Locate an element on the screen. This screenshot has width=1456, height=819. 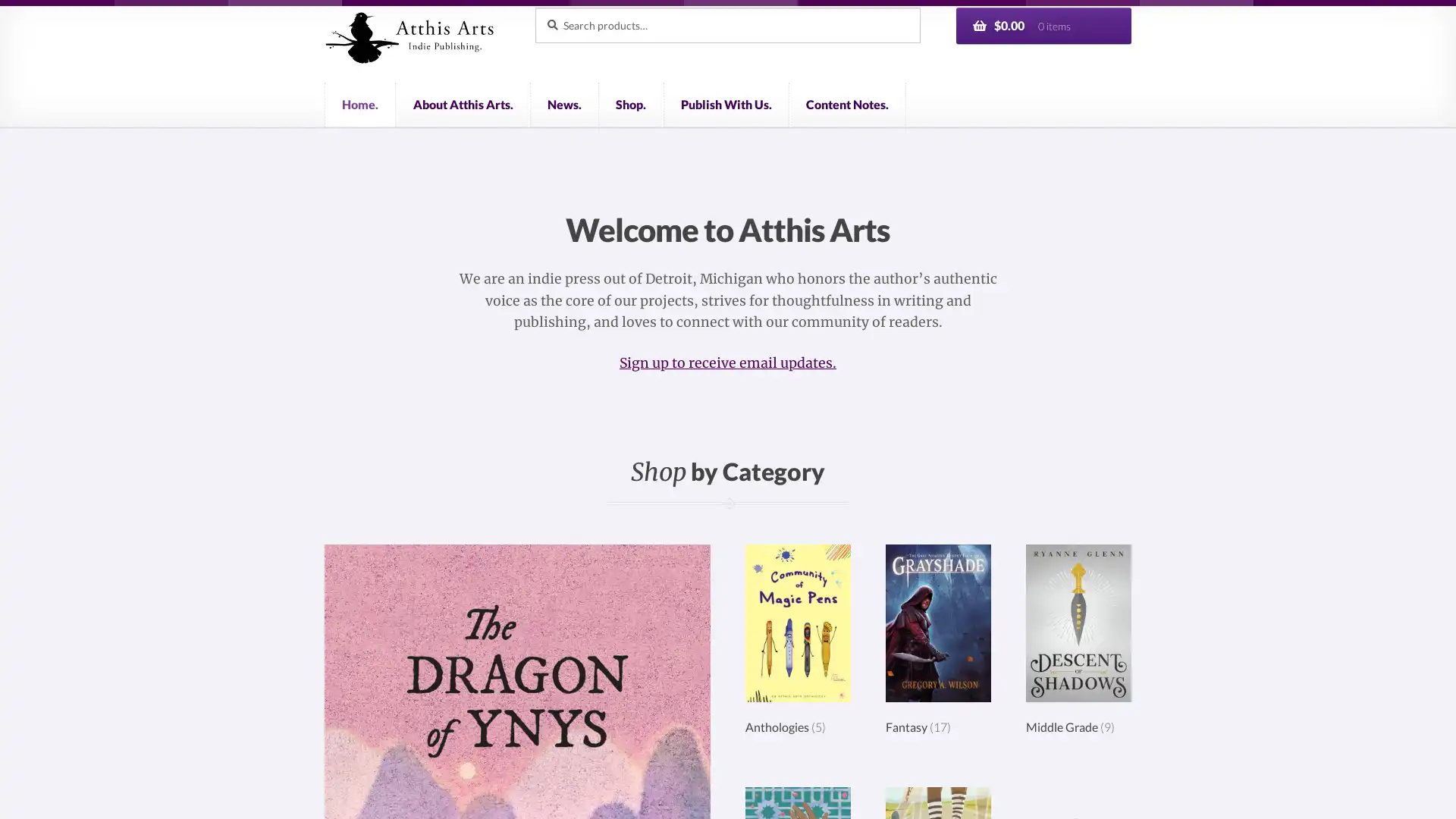
Search is located at coordinates (534, 6).